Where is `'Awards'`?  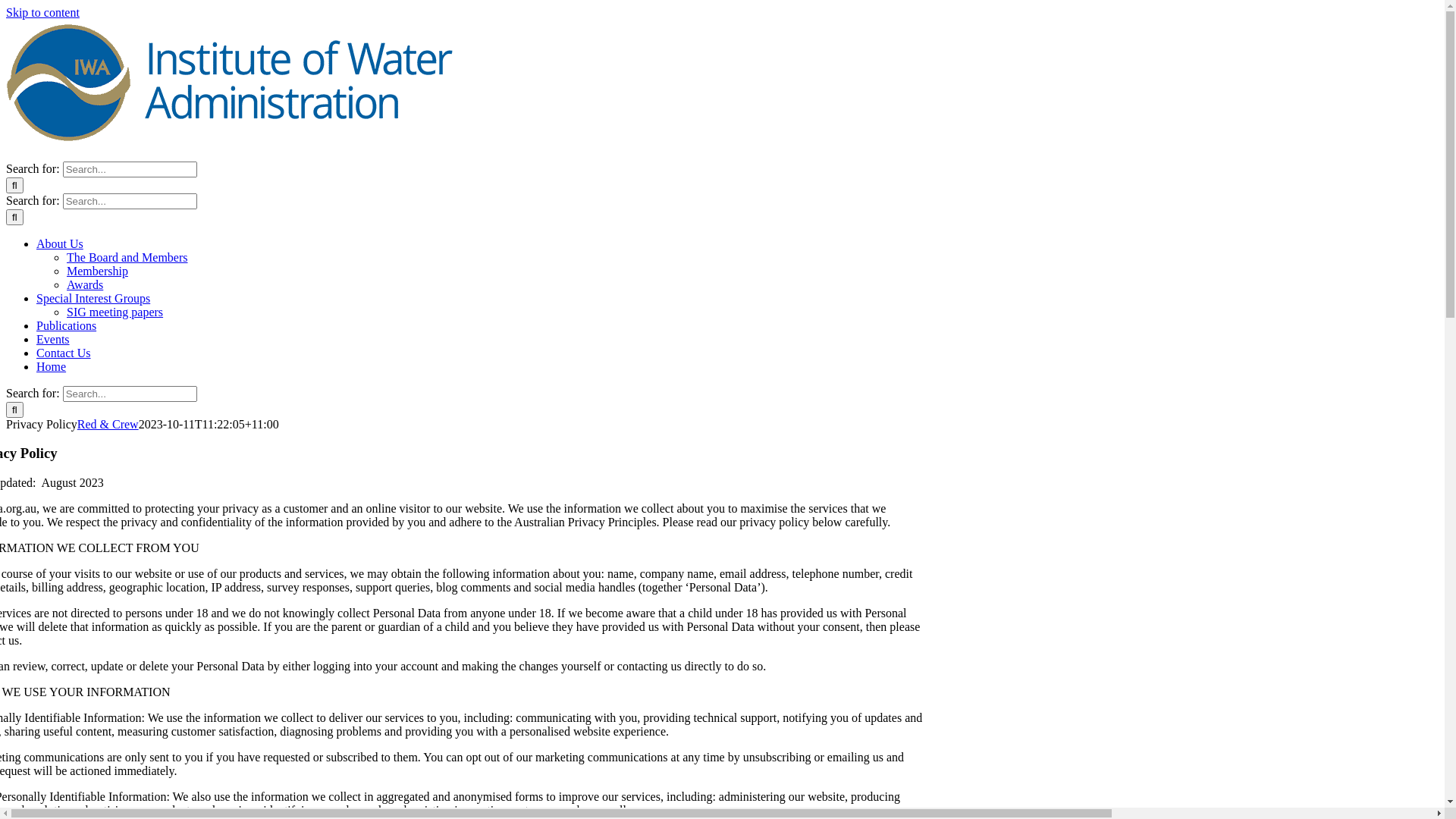
'Awards' is located at coordinates (83, 284).